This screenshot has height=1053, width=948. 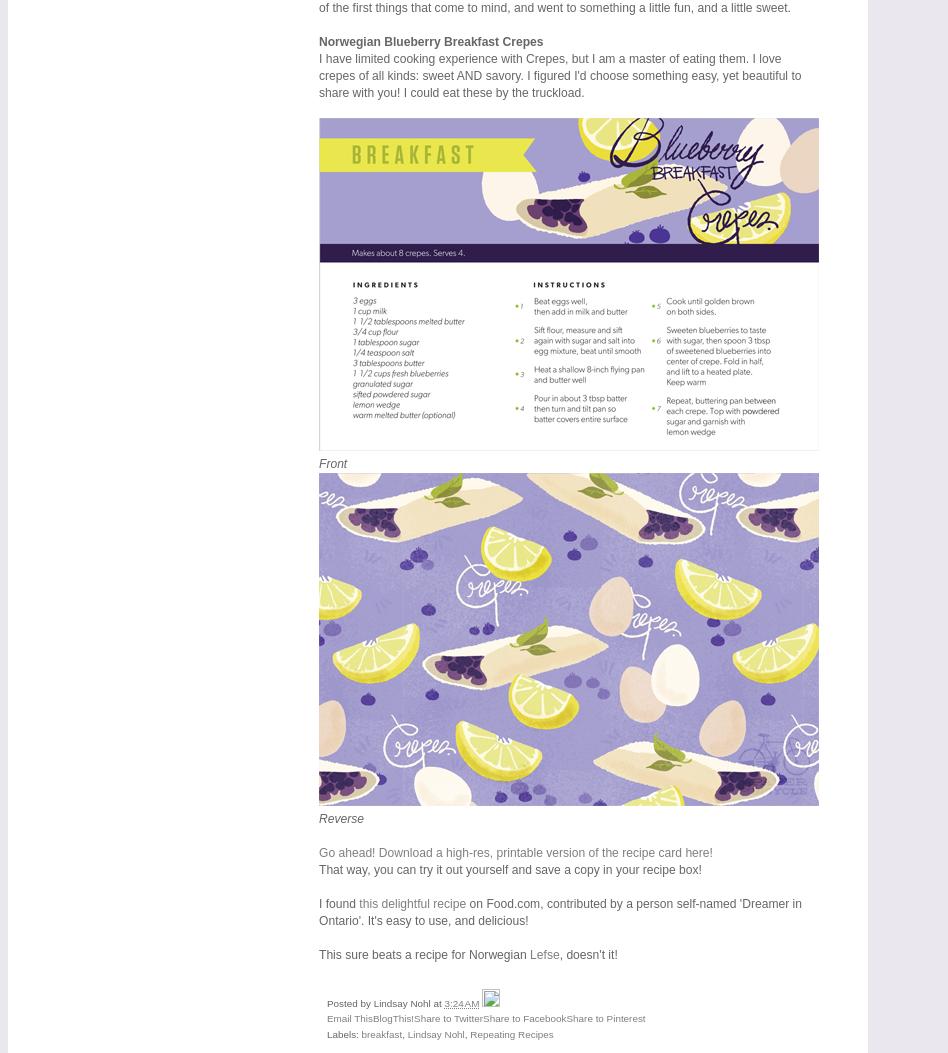 I want to click on 'Labels:', so click(x=344, y=1033).